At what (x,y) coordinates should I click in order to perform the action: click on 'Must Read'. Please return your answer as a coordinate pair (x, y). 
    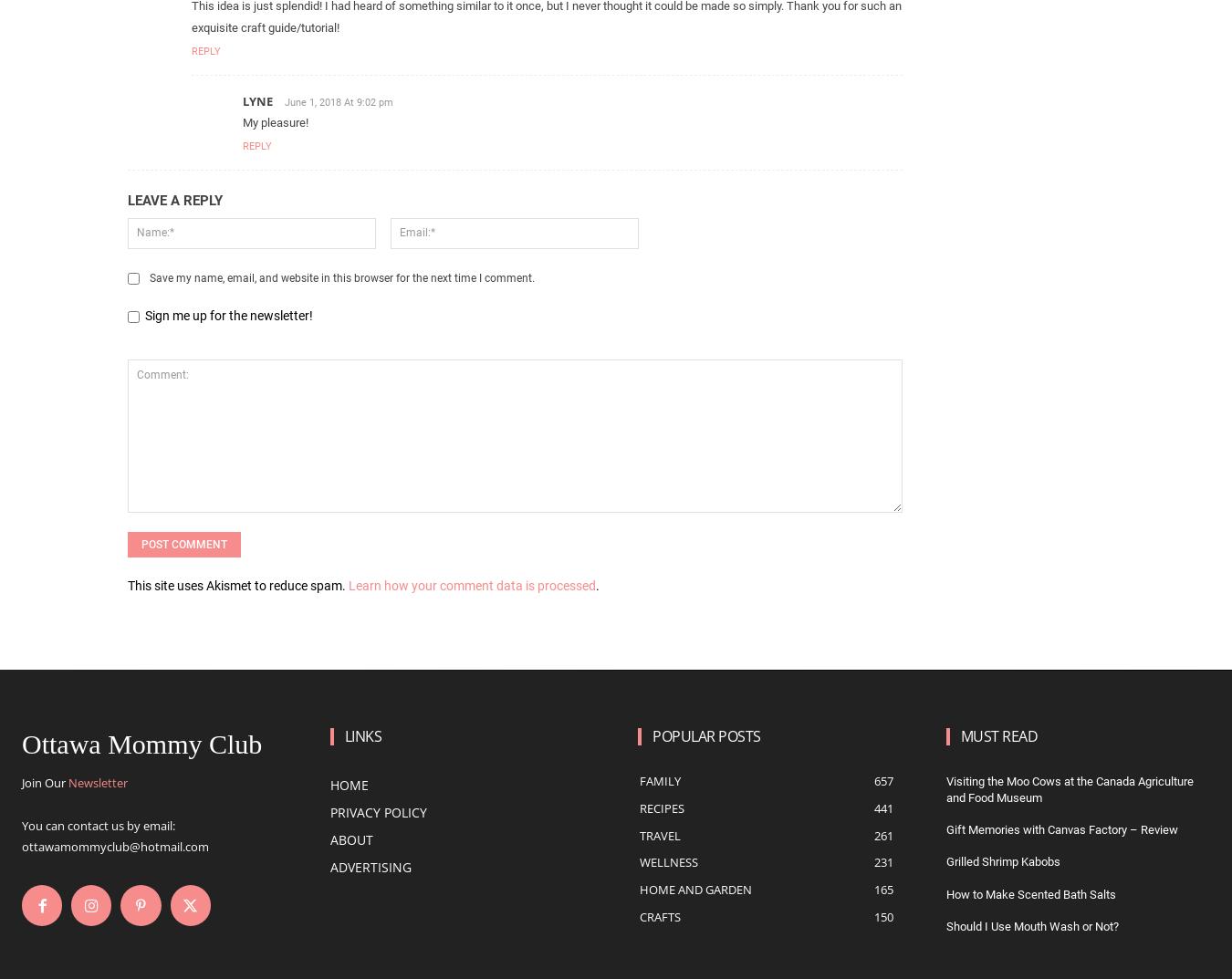
    Looking at the image, I should click on (998, 735).